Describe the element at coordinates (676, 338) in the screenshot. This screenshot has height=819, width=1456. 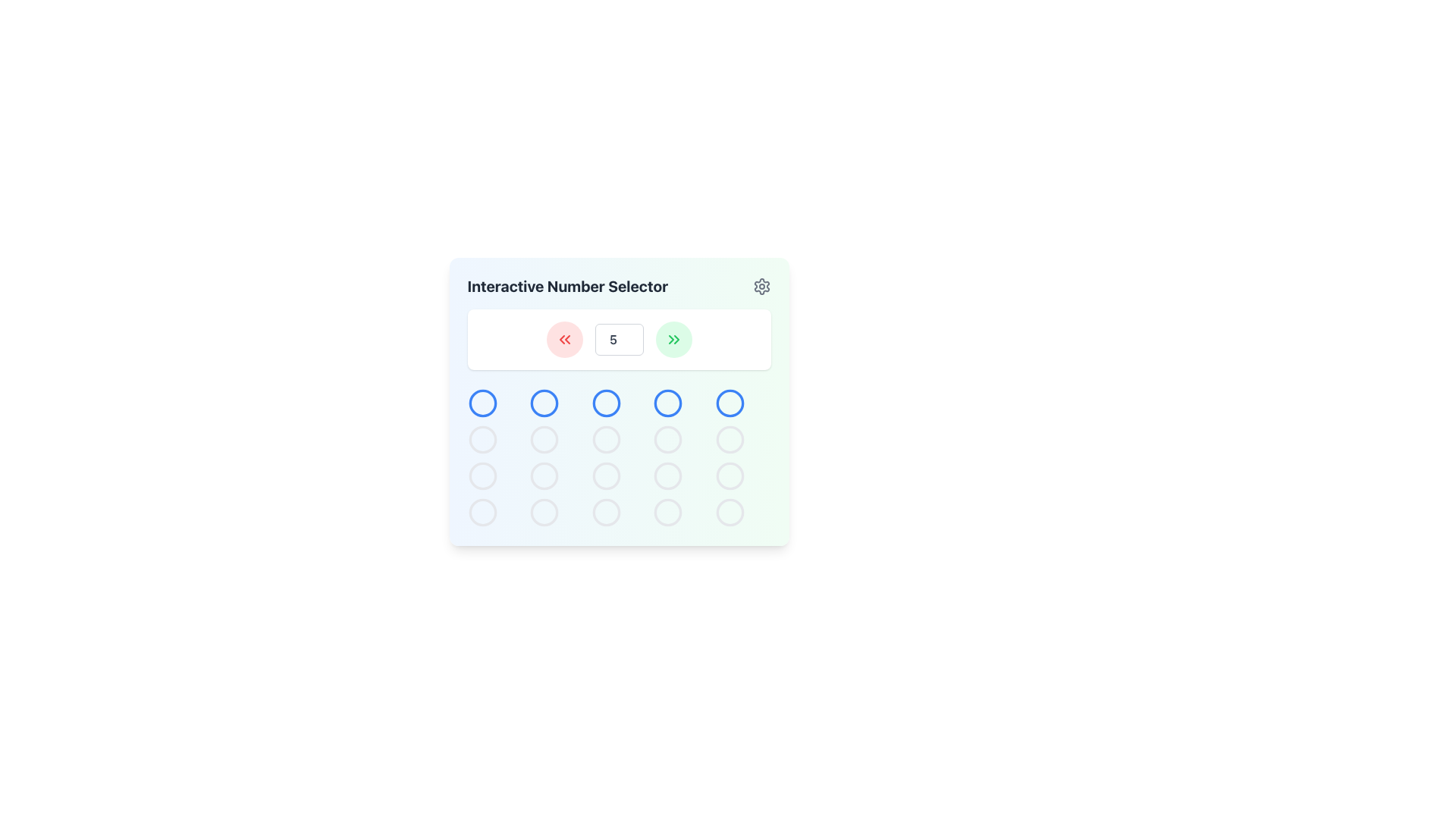
I see `the rightward chevron arrow used for navigation located next to the number display '5'` at that location.